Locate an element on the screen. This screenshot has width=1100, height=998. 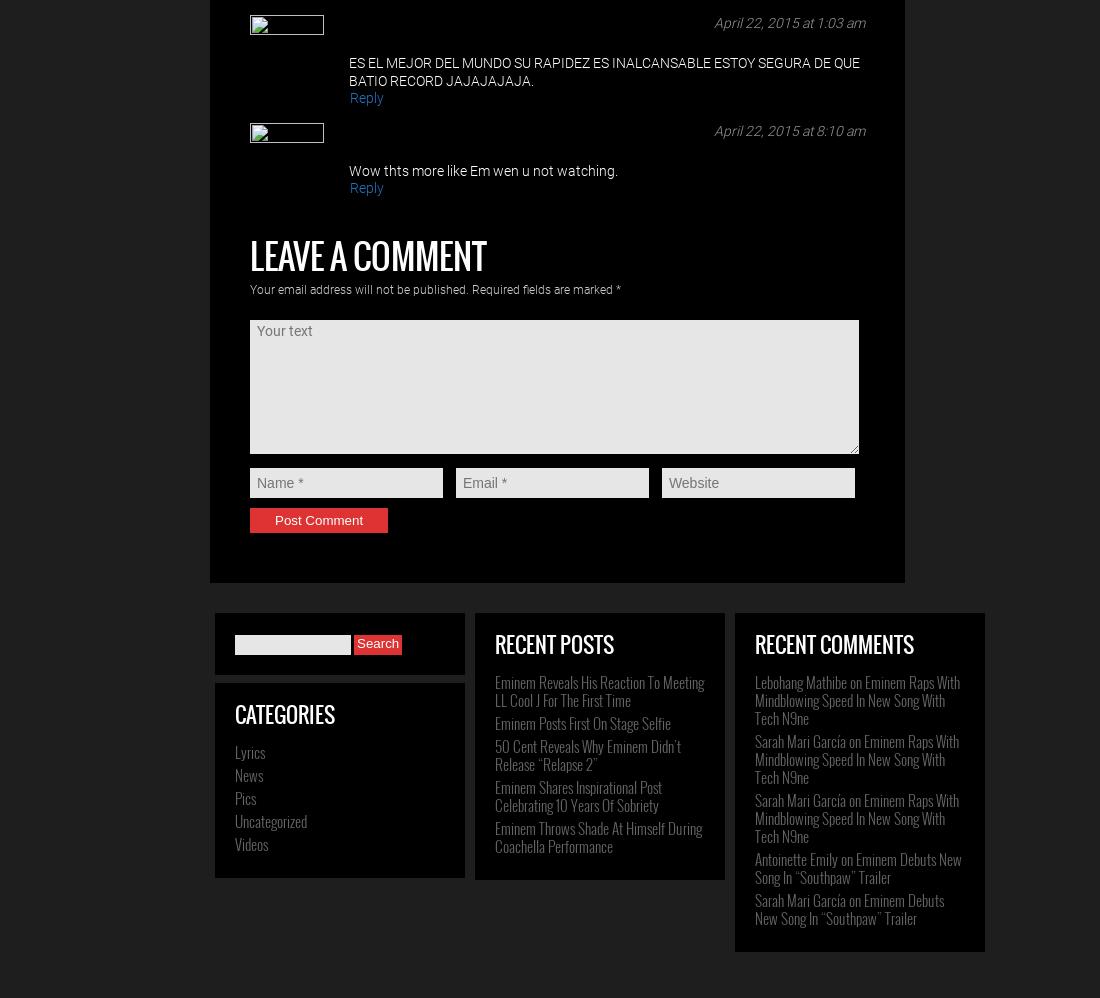
'*' is located at coordinates (617, 289).